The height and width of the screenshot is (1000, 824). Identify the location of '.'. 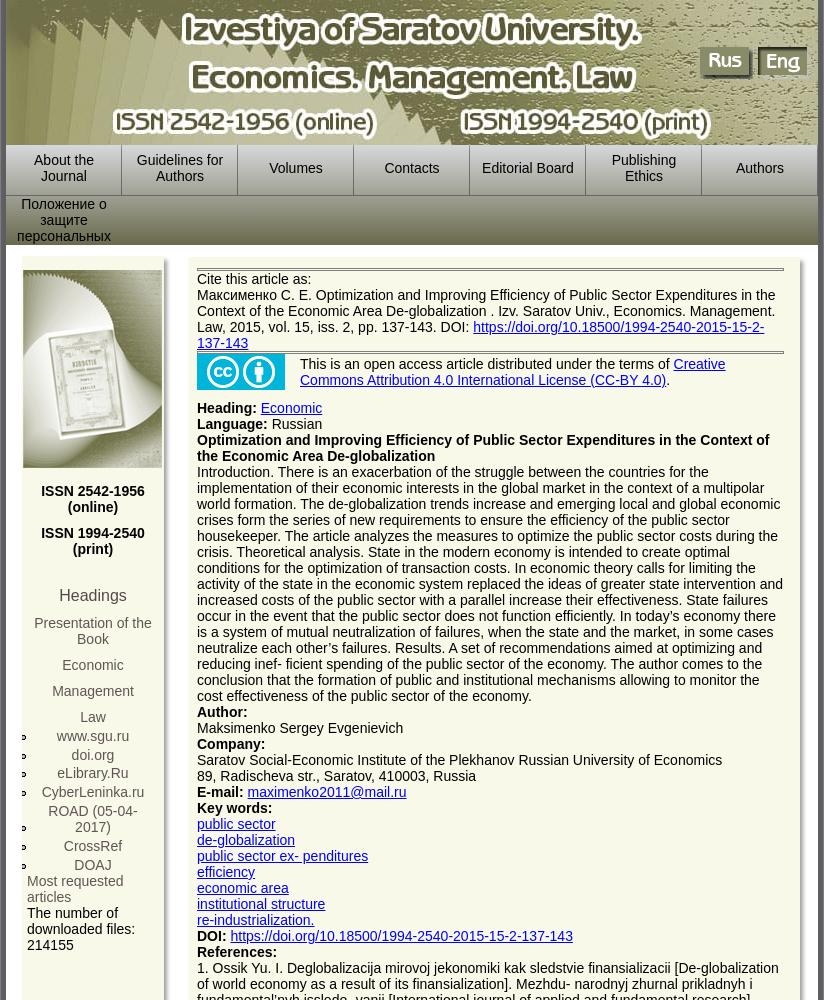
(668, 380).